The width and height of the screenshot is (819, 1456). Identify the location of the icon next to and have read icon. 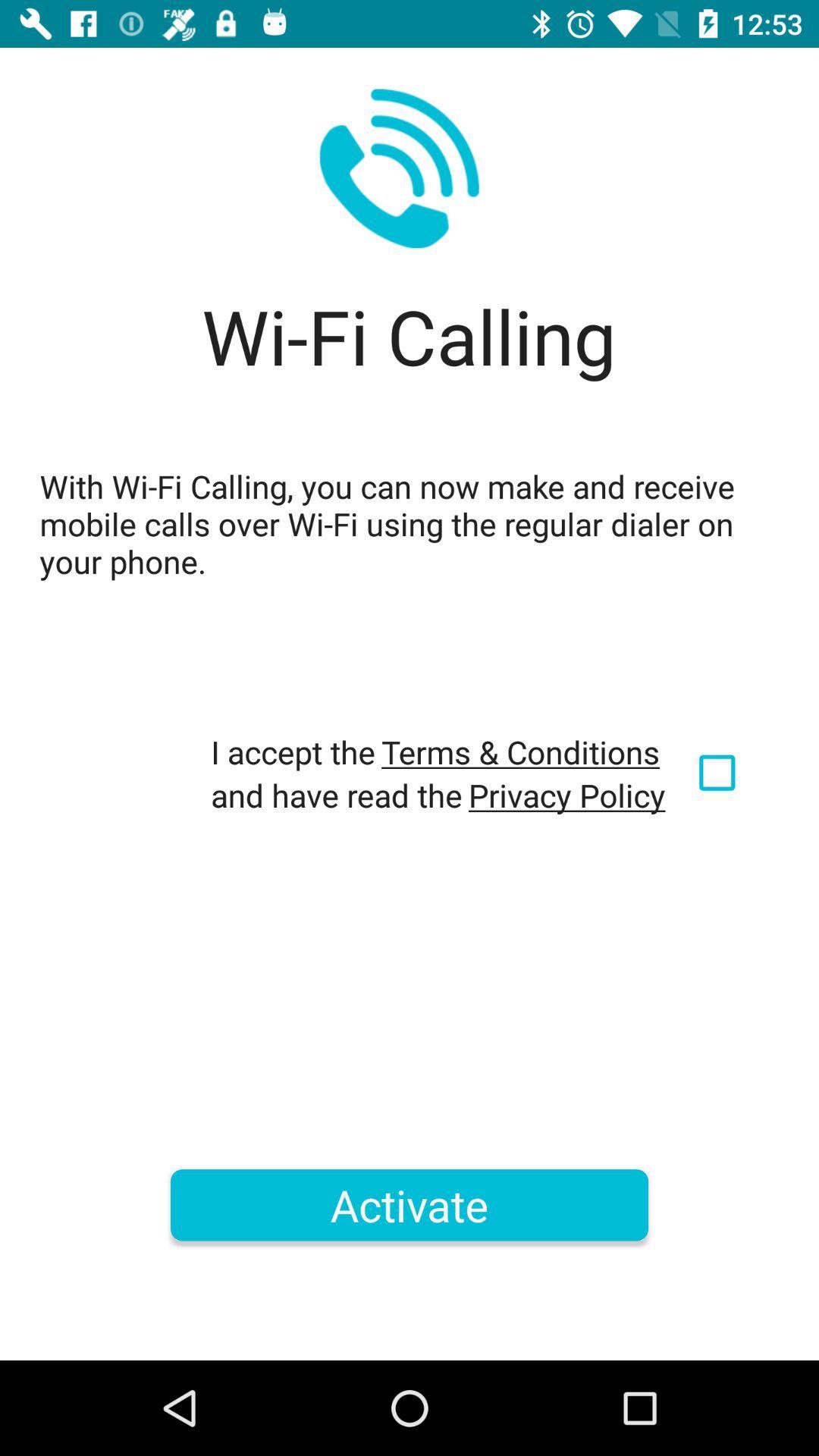
(566, 794).